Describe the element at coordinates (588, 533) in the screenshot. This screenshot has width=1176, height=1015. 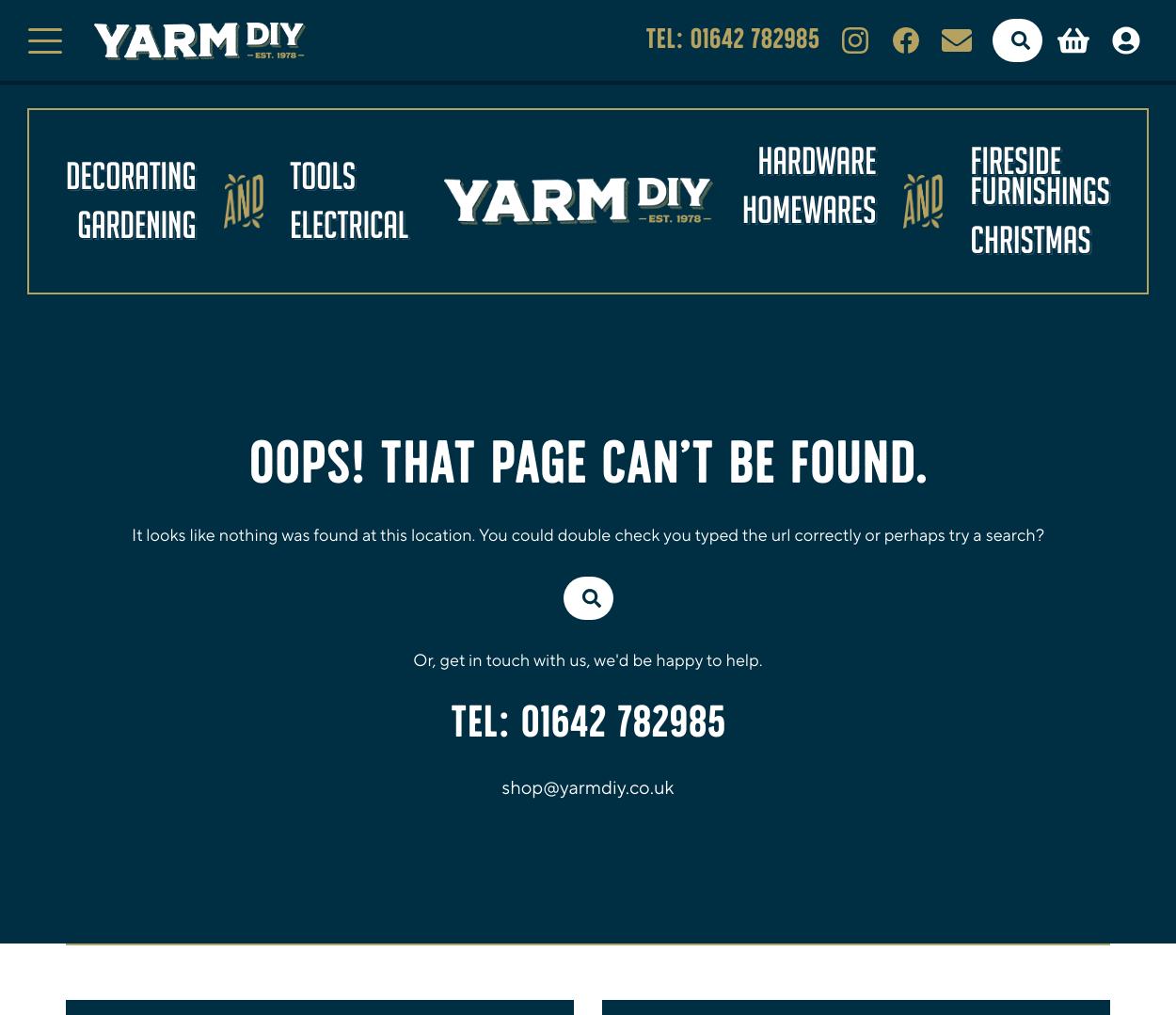
I see `'It looks like nothing was found at this location. You could double check you typed the url correctly or perhaps try a search?'` at that location.